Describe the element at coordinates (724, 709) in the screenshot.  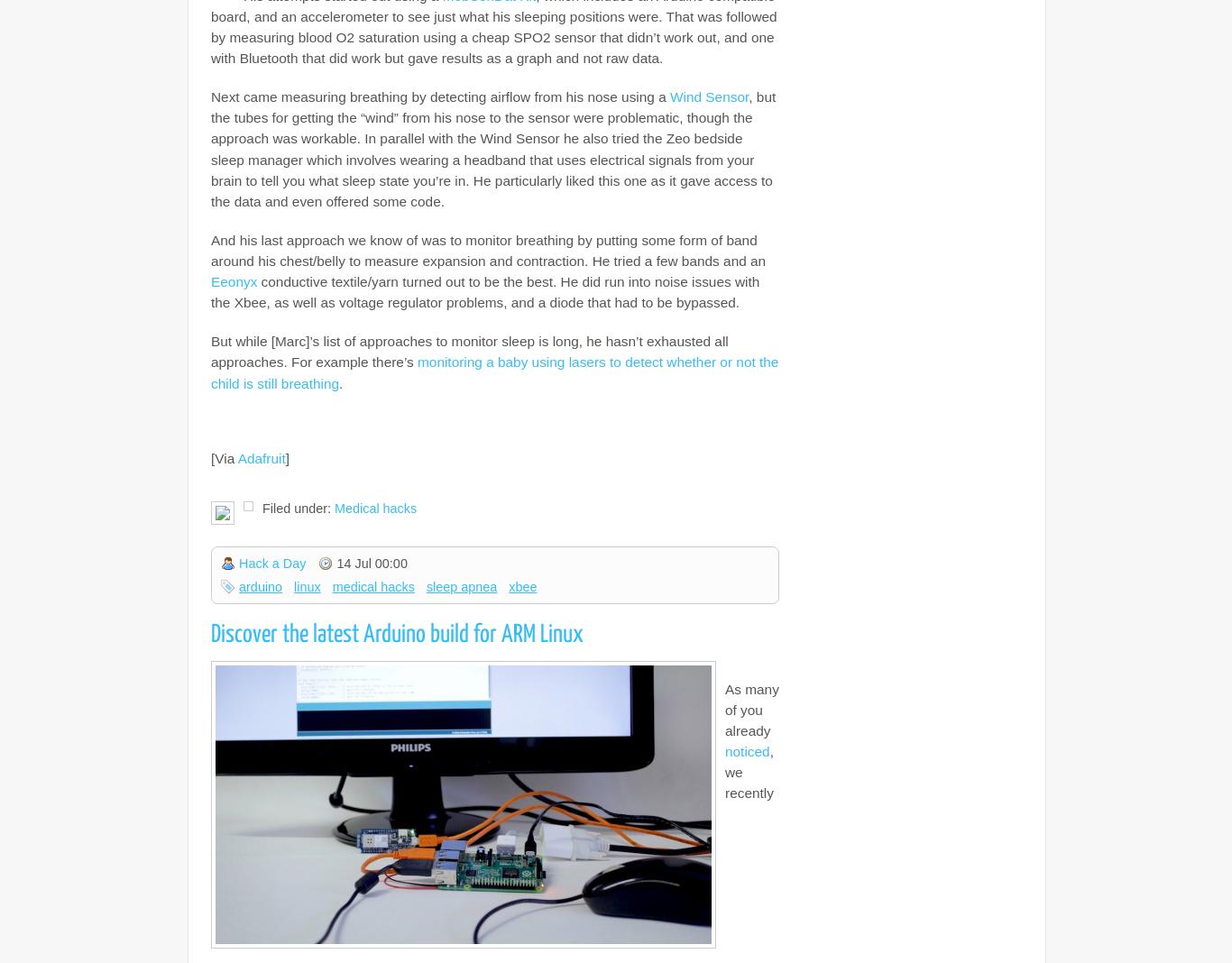
I see `'As many of you already'` at that location.